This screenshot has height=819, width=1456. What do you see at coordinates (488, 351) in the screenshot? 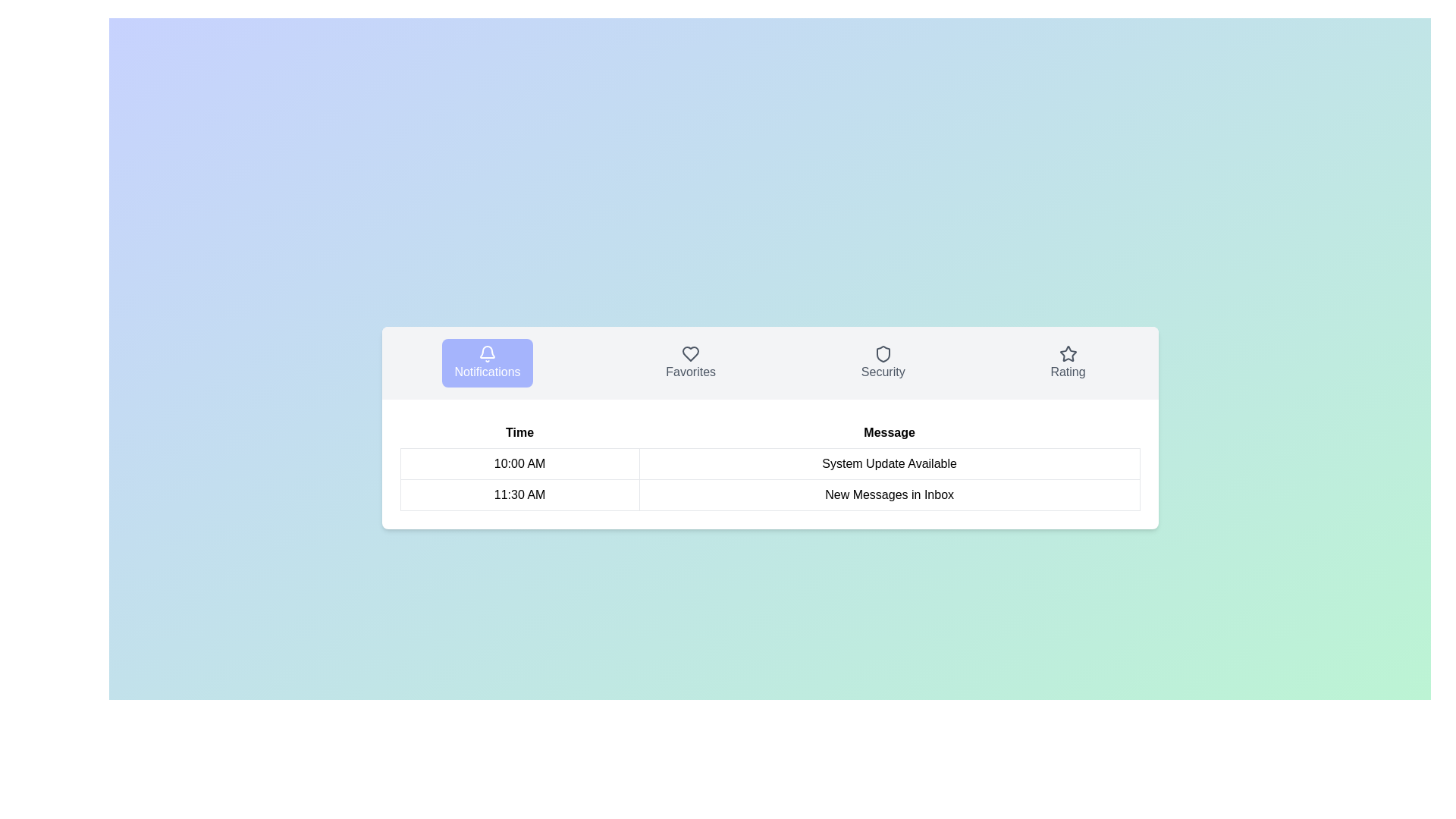
I see `interactions associated with the notification icon located in the 'Notifications' tab, which is the first icon from the left in the horizontal navigation menu` at bounding box center [488, 351].